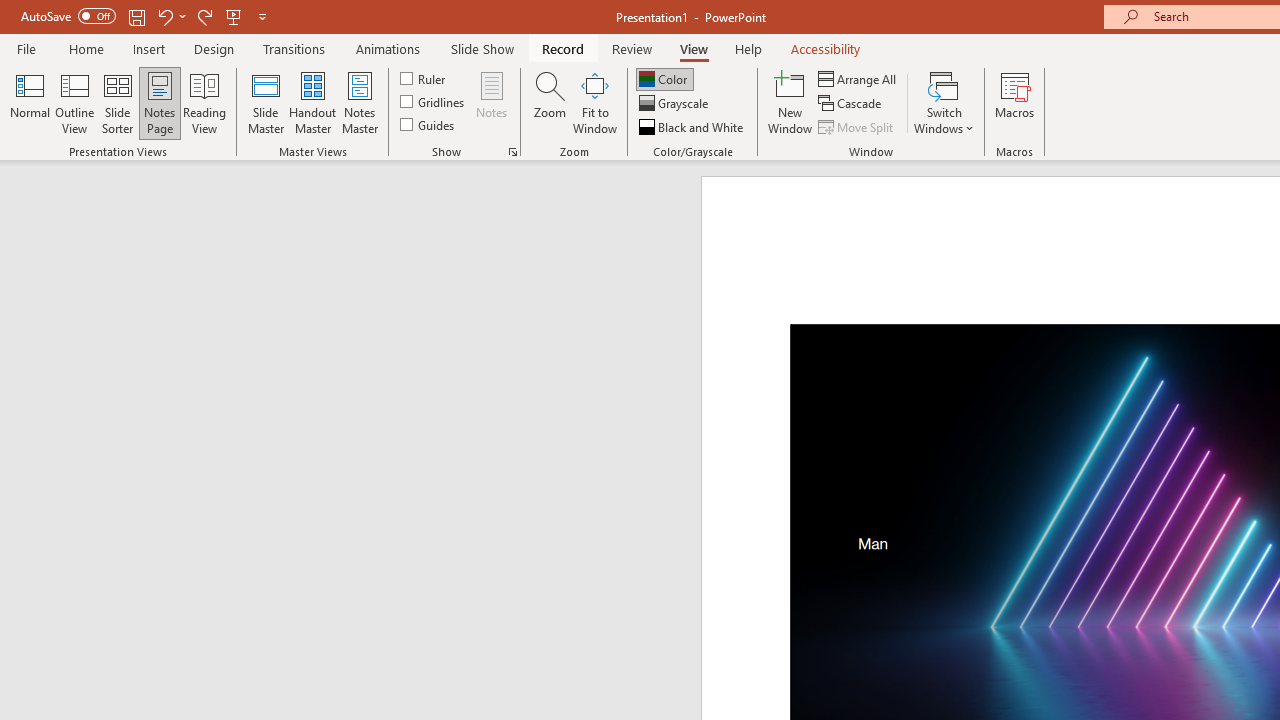  I want to click on 'Slide Master', so click(264, 103).